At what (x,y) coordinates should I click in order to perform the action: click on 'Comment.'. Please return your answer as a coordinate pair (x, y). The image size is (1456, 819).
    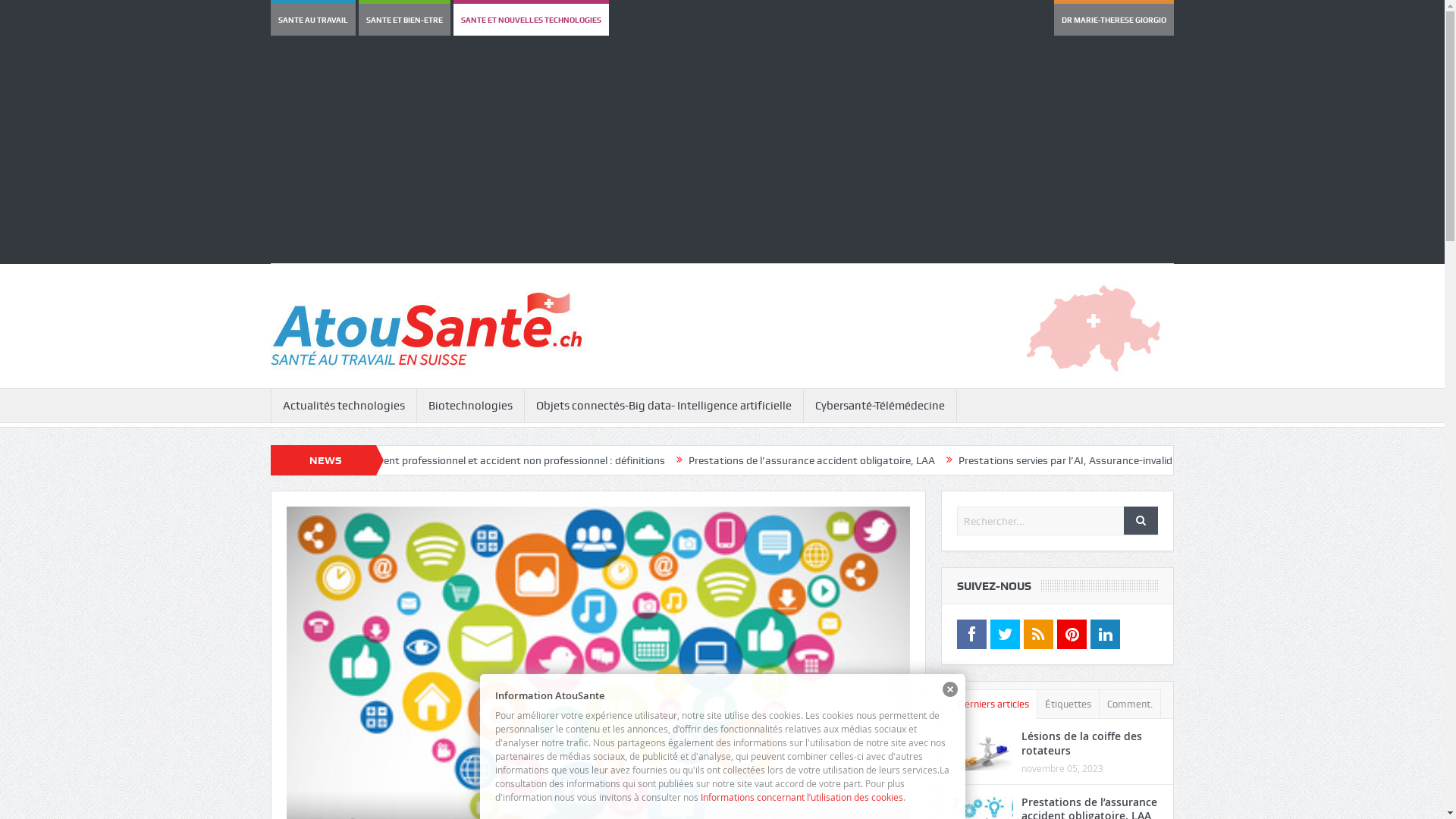
    Looking at the image, I should click on (1129, 704).